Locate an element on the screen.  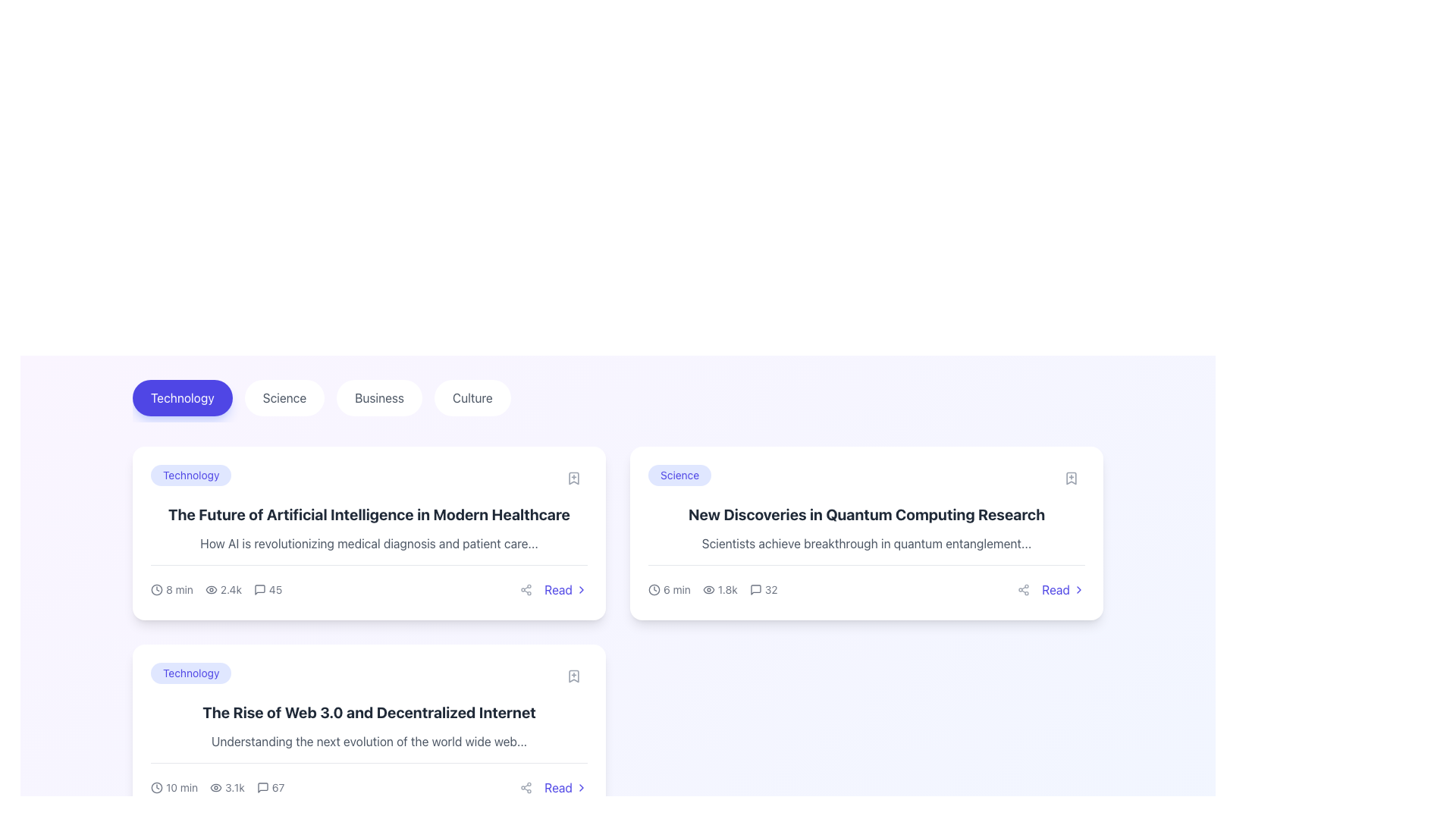
the comments icon located in the lower-left region of the article summary block to initiate related actions is located at coordinates (259, 589).